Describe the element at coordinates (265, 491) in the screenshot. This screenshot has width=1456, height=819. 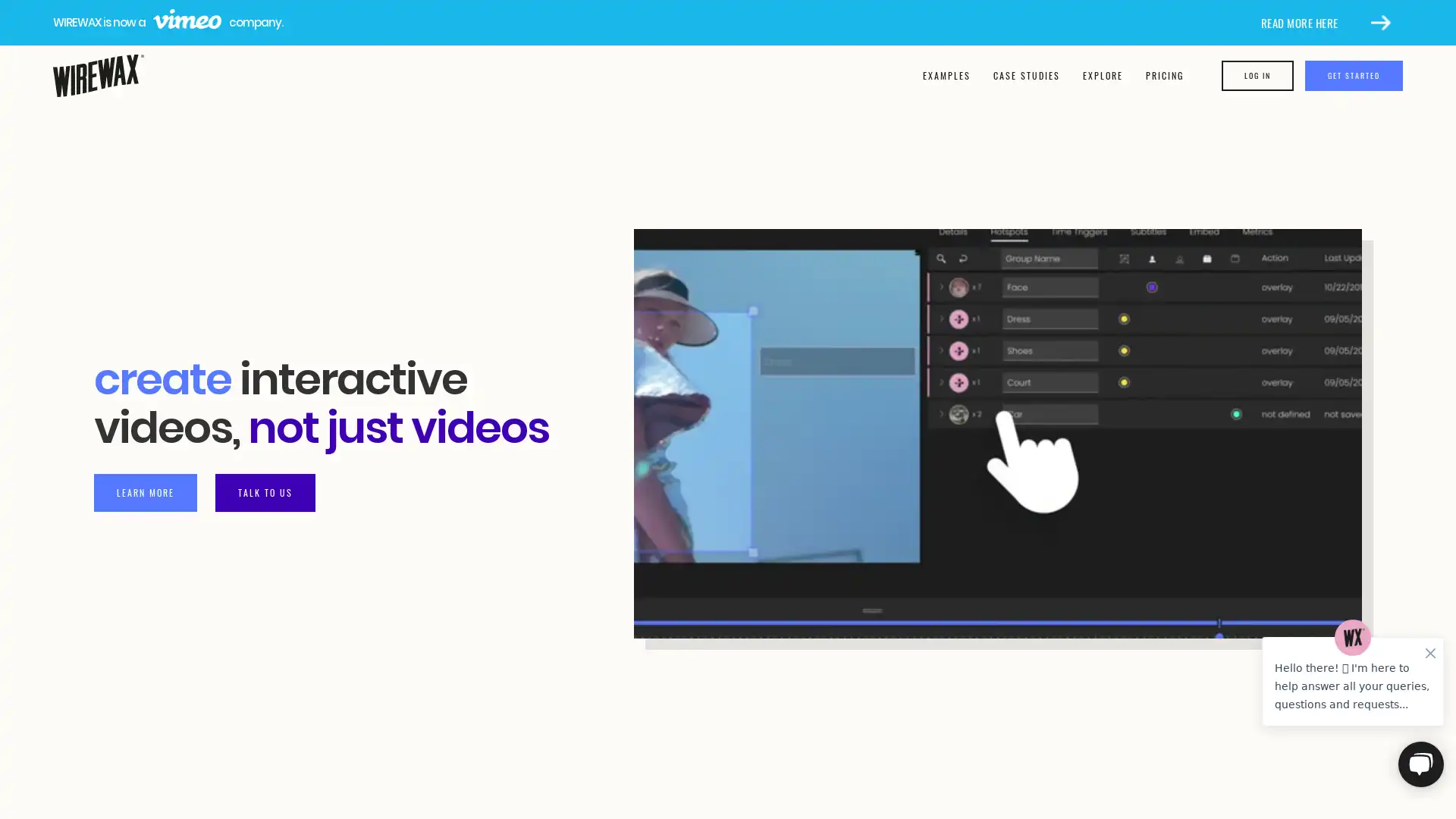
I see `TALK TO US` at that location.